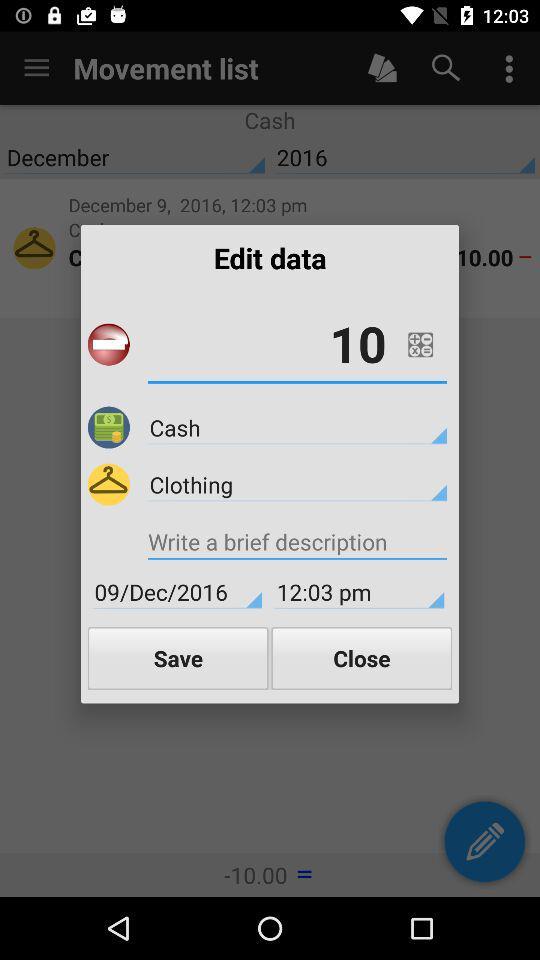 The width and height of the screenshot is (540, 960). What do you see at coordinates (296, 344) in the screenshot?
I see `10 icon` at bounding box center [296, 344].